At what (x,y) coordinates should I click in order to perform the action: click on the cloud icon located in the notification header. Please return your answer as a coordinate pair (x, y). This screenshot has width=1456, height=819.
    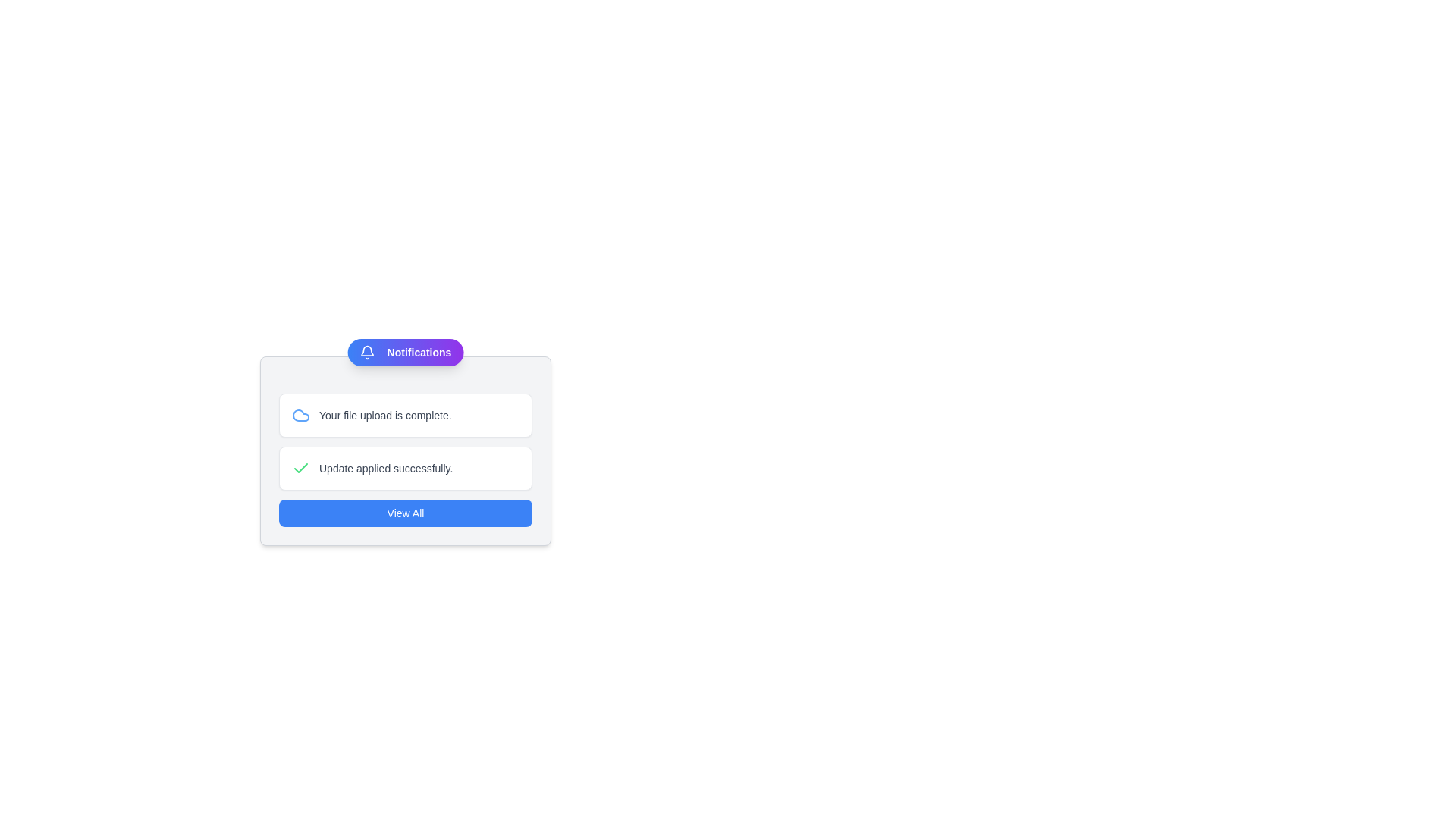
    Looking at the image, I should click on (301, 415).